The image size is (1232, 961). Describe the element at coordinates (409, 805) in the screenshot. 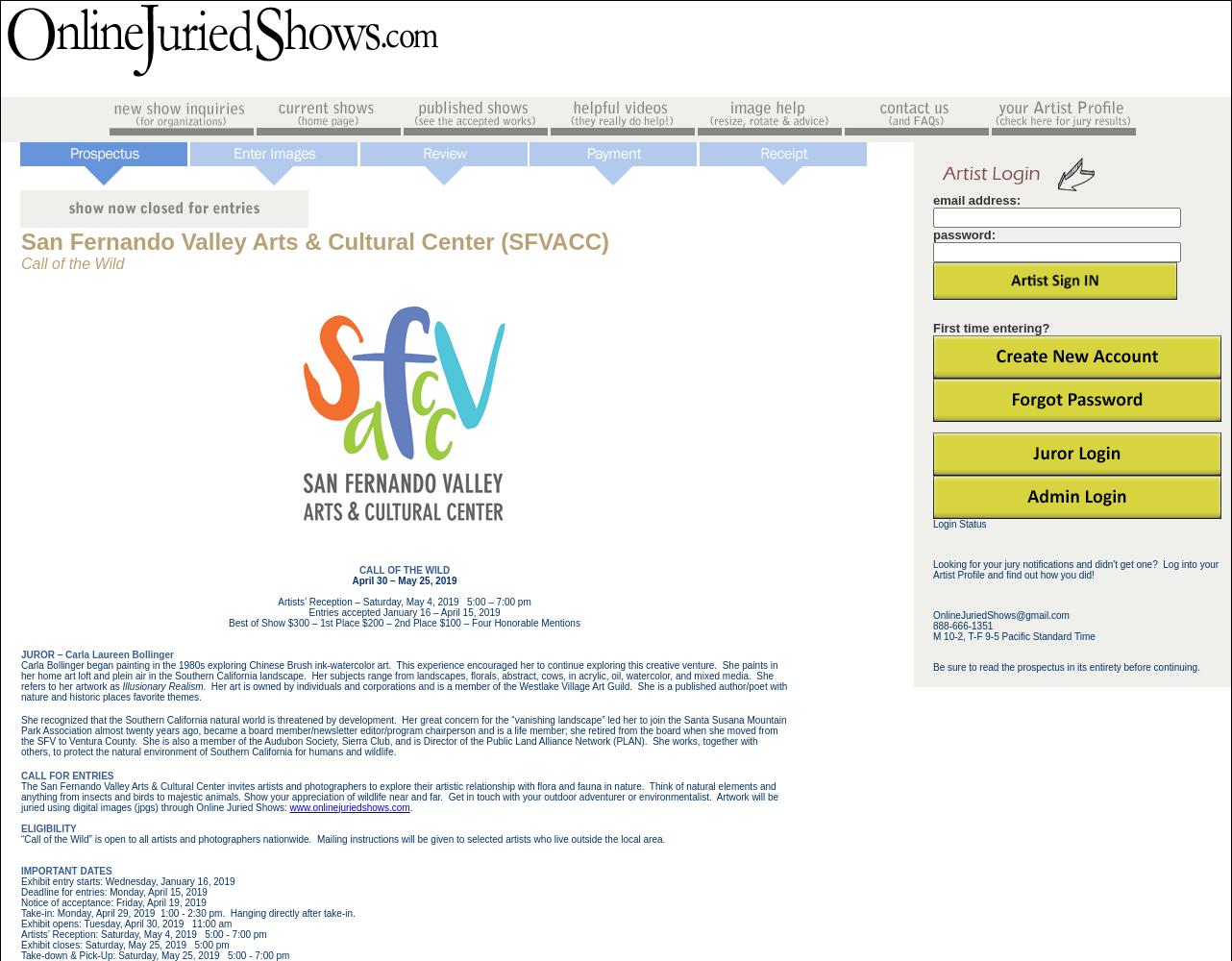

I see `'.'` at that location.